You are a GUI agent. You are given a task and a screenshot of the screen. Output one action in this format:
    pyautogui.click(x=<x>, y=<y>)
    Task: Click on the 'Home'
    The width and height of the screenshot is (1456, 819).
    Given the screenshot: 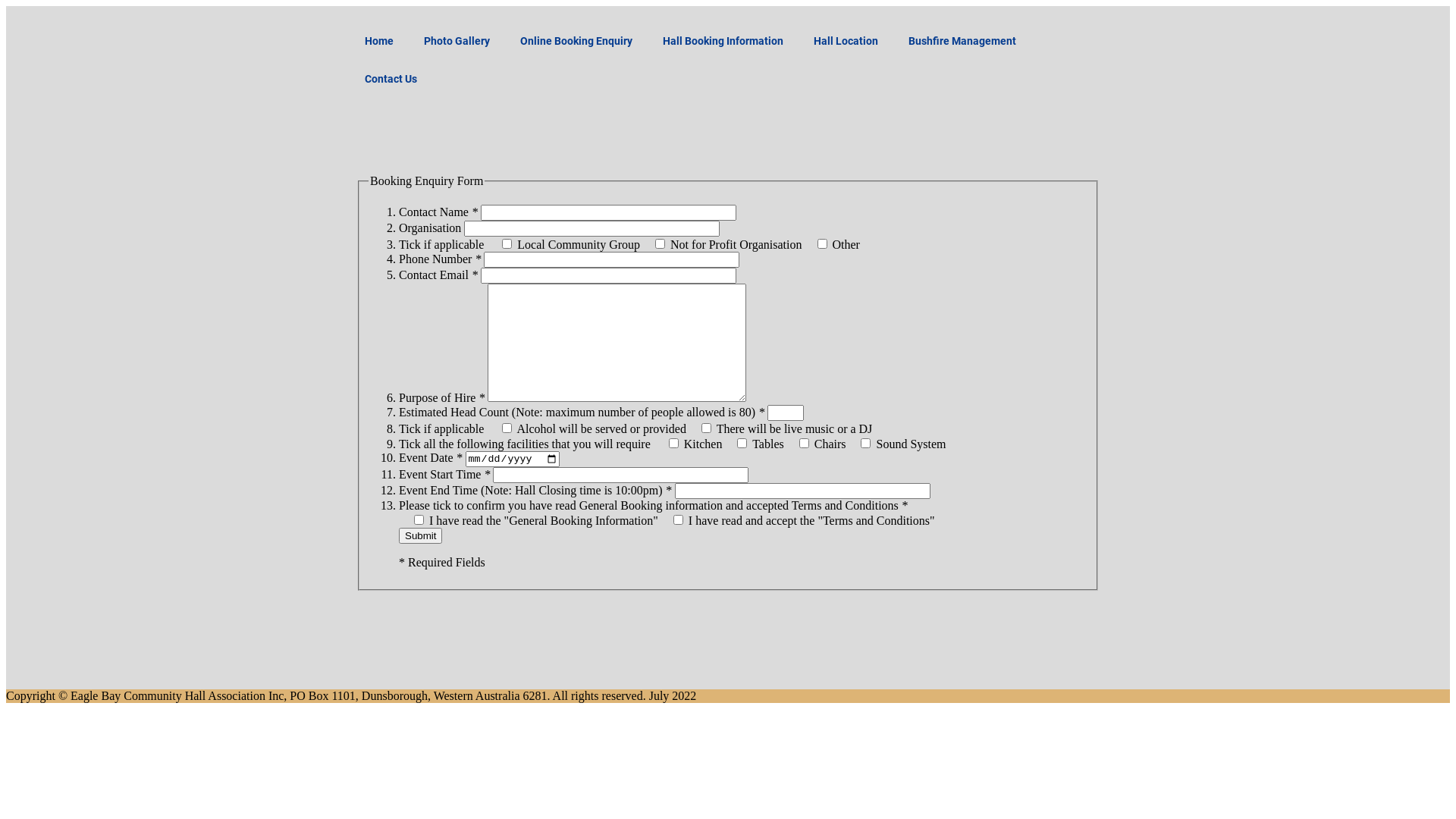 What is the action you would take?
    pyautogui.click(x=348, y=40)
    